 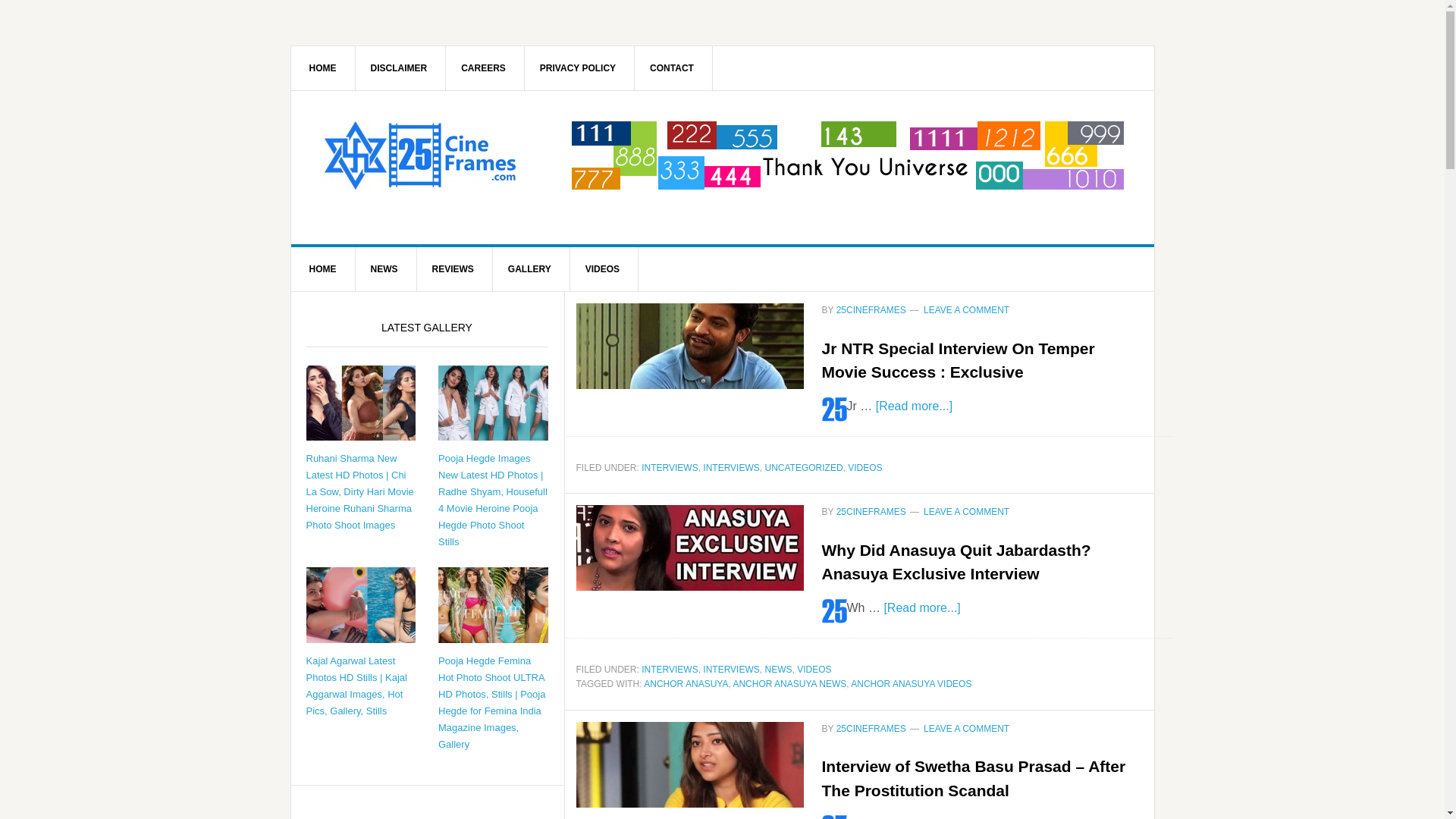 I want to click on '25CINEFRAMES', so click(x=871, y=727).